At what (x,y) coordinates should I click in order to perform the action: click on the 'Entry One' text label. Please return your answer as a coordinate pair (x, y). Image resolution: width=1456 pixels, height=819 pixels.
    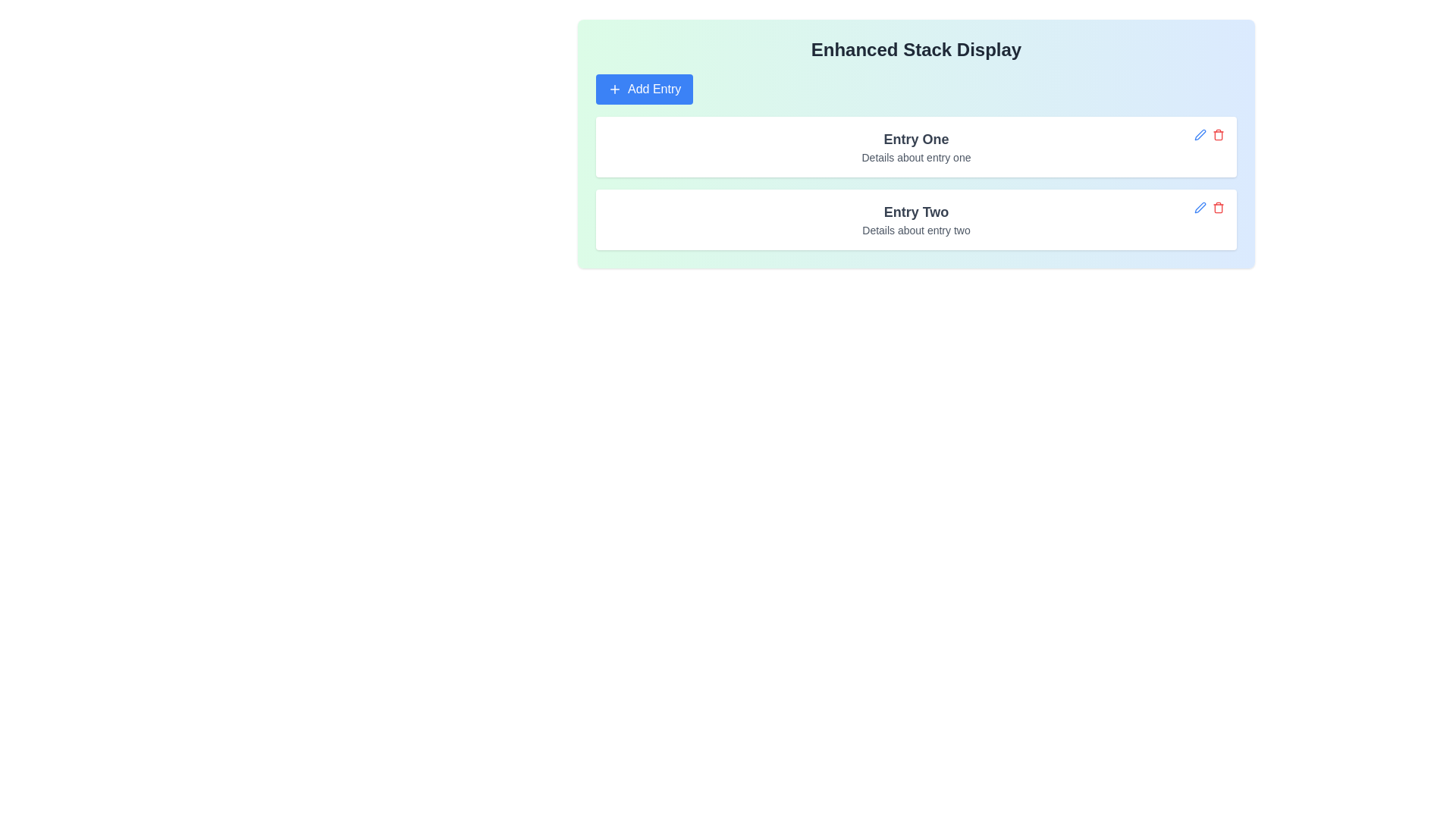
    Looking at the image, I should click on (915, 140).